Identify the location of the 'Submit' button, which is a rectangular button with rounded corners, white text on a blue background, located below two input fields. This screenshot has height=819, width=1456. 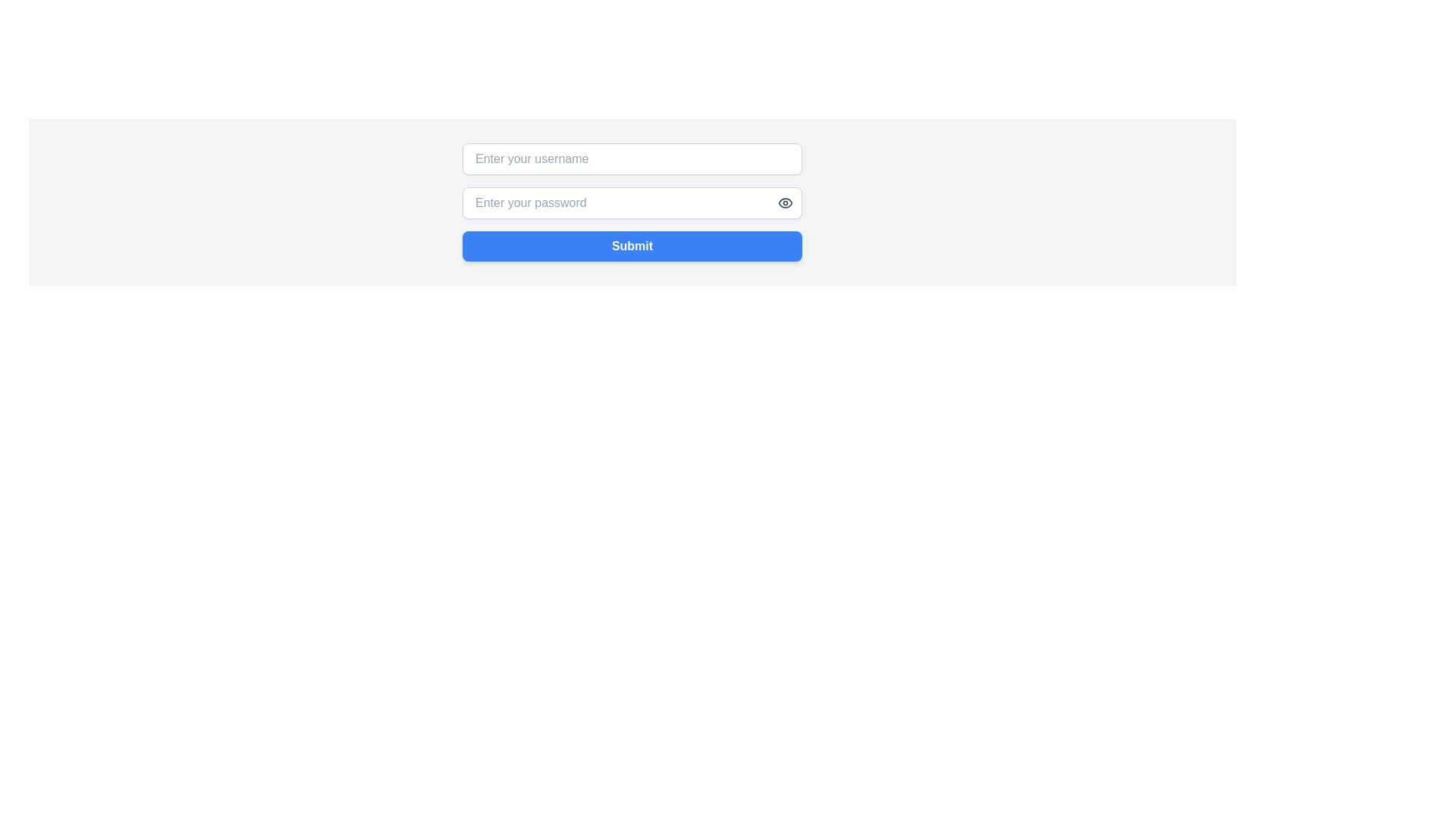
(632, 245).